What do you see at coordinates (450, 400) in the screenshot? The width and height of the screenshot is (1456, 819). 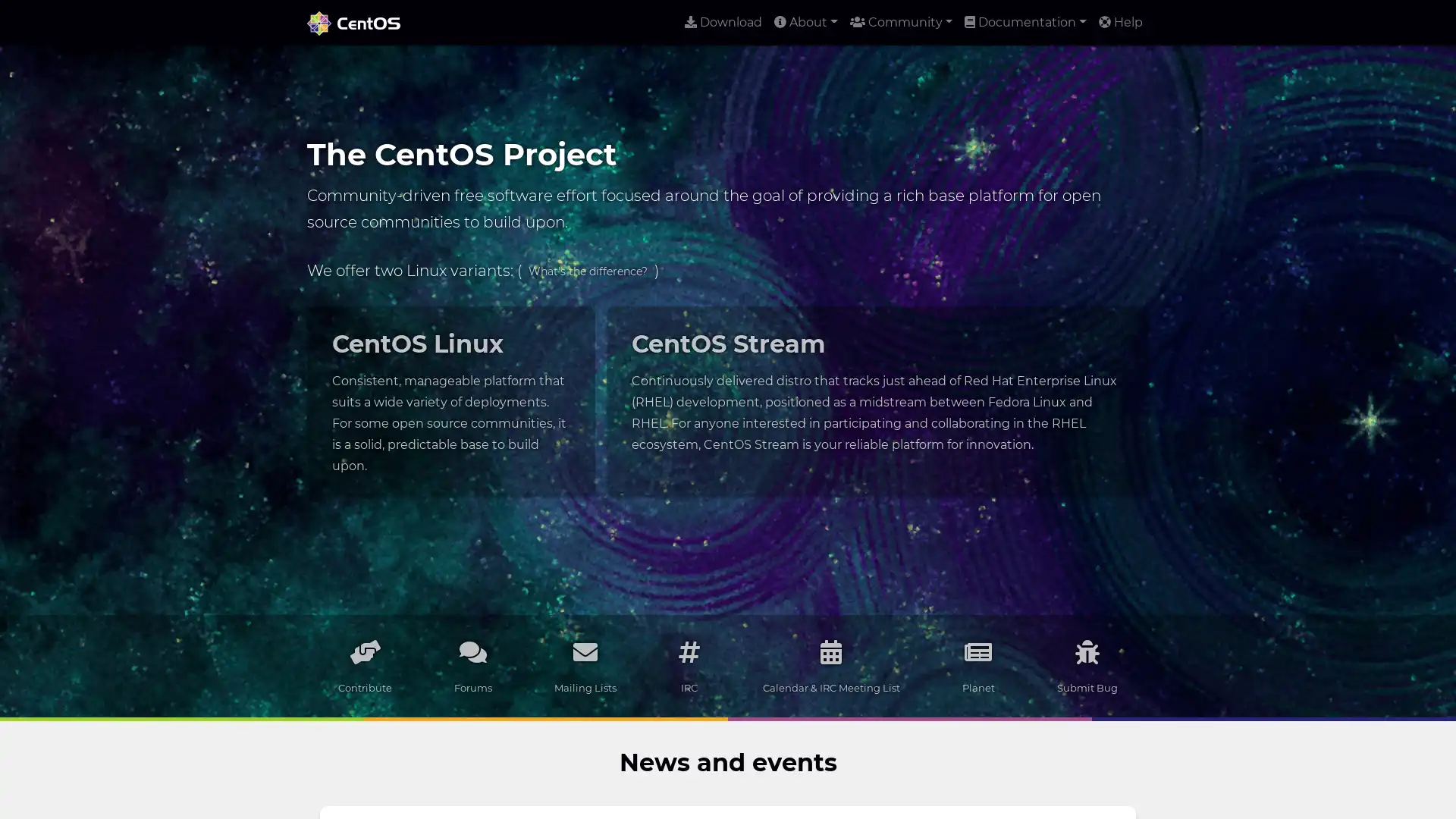 I see `CentOS Linux Consistent, manageable platform that suits a wide variety of deployments. For some open source communities, it is a solid, predictable base to build upon.` at bounding box center [450, 400].